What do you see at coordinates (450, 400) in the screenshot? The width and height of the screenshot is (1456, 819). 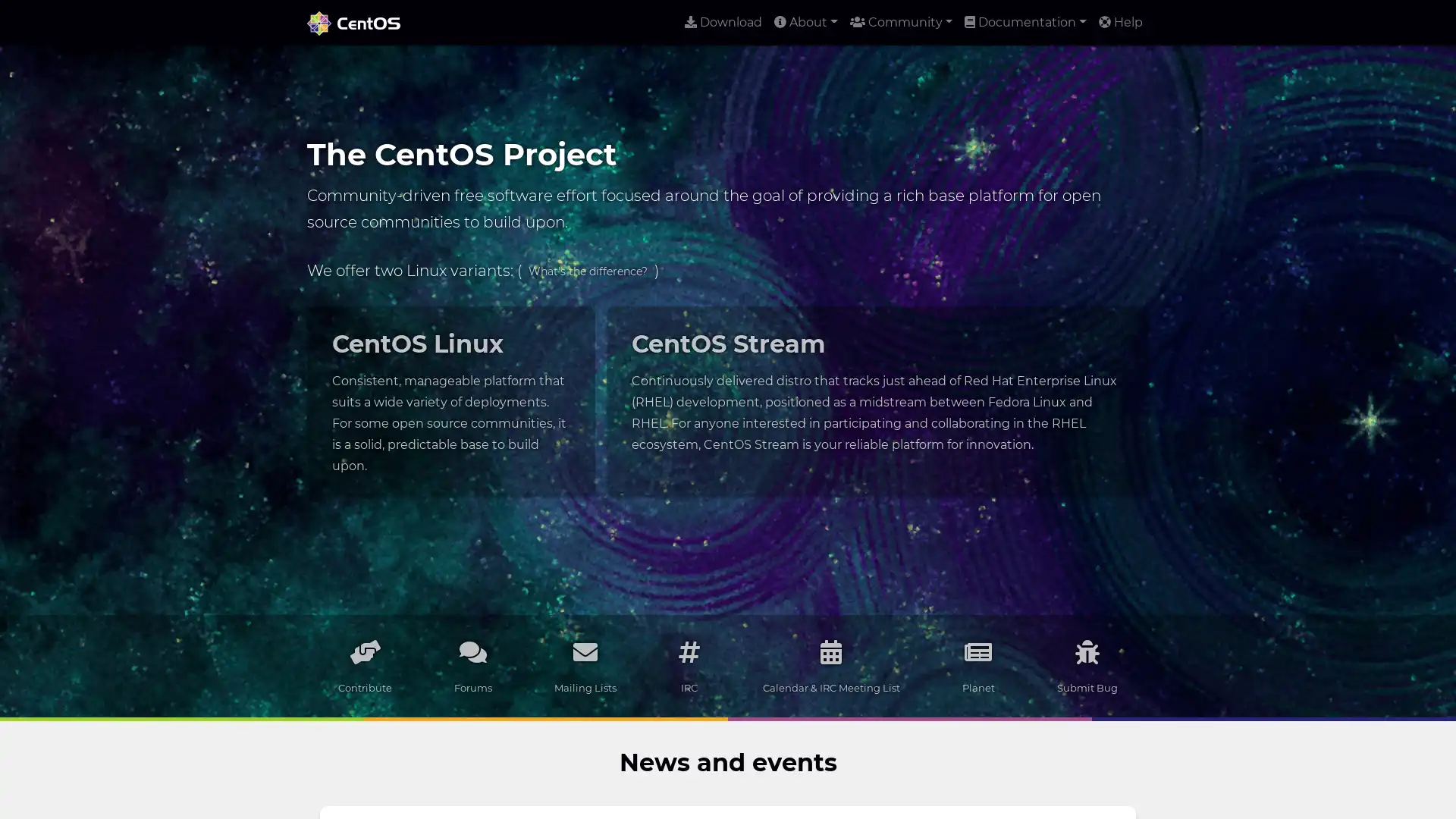 I see `CentOS Linux Consistent, manageable platform that suits a wide variety of deployments. For some open source communities, it is a solid, predictable base to build upon.` at bounding box center [450, 400].